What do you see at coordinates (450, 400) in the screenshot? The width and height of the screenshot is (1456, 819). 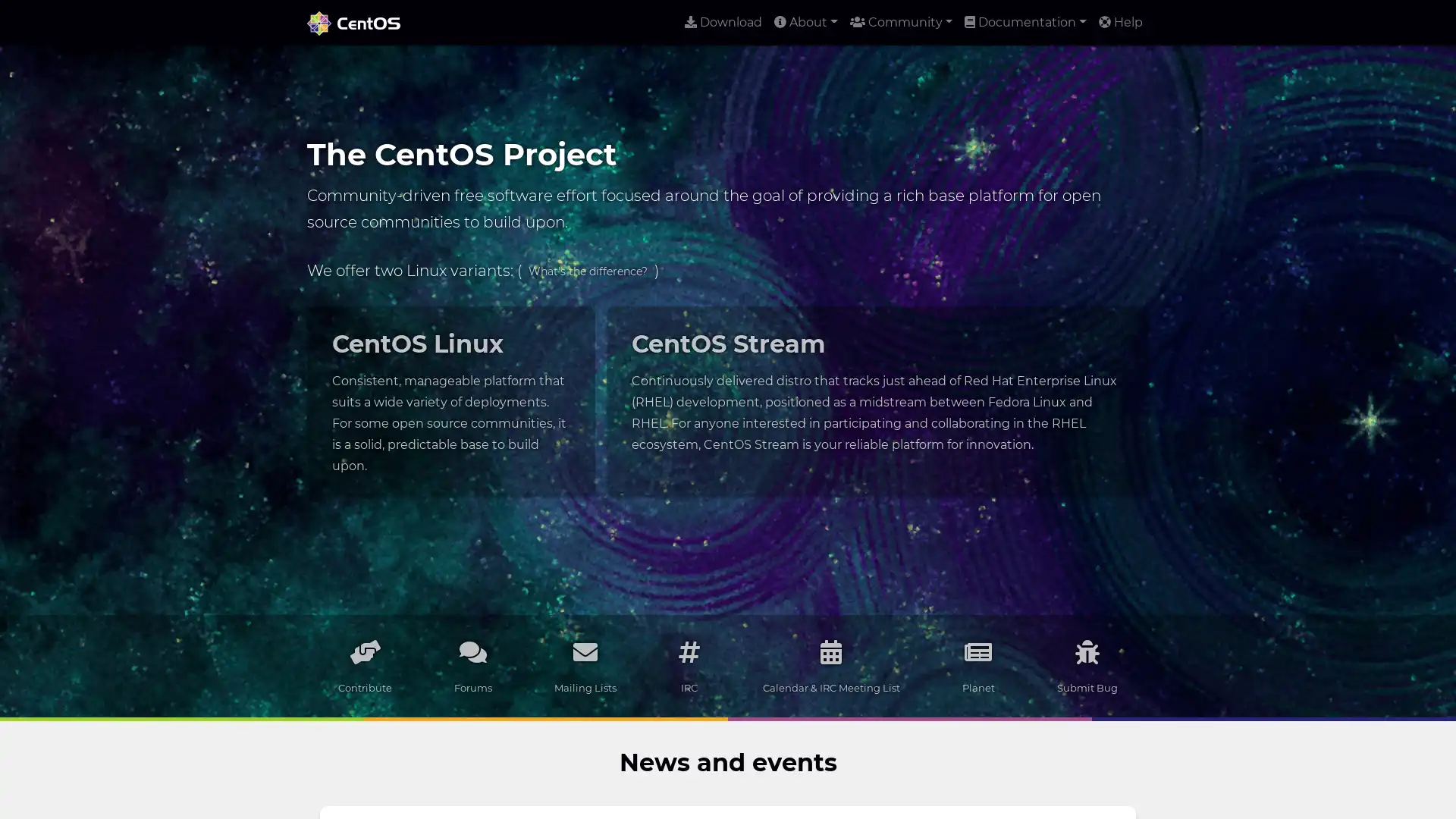 I see `CentOS Linux Consistent, manageable platform that suits a wide variety of deployments. For some open source communities, it is a solid, predictable base to build upon.` at bounding box center [450, 400].